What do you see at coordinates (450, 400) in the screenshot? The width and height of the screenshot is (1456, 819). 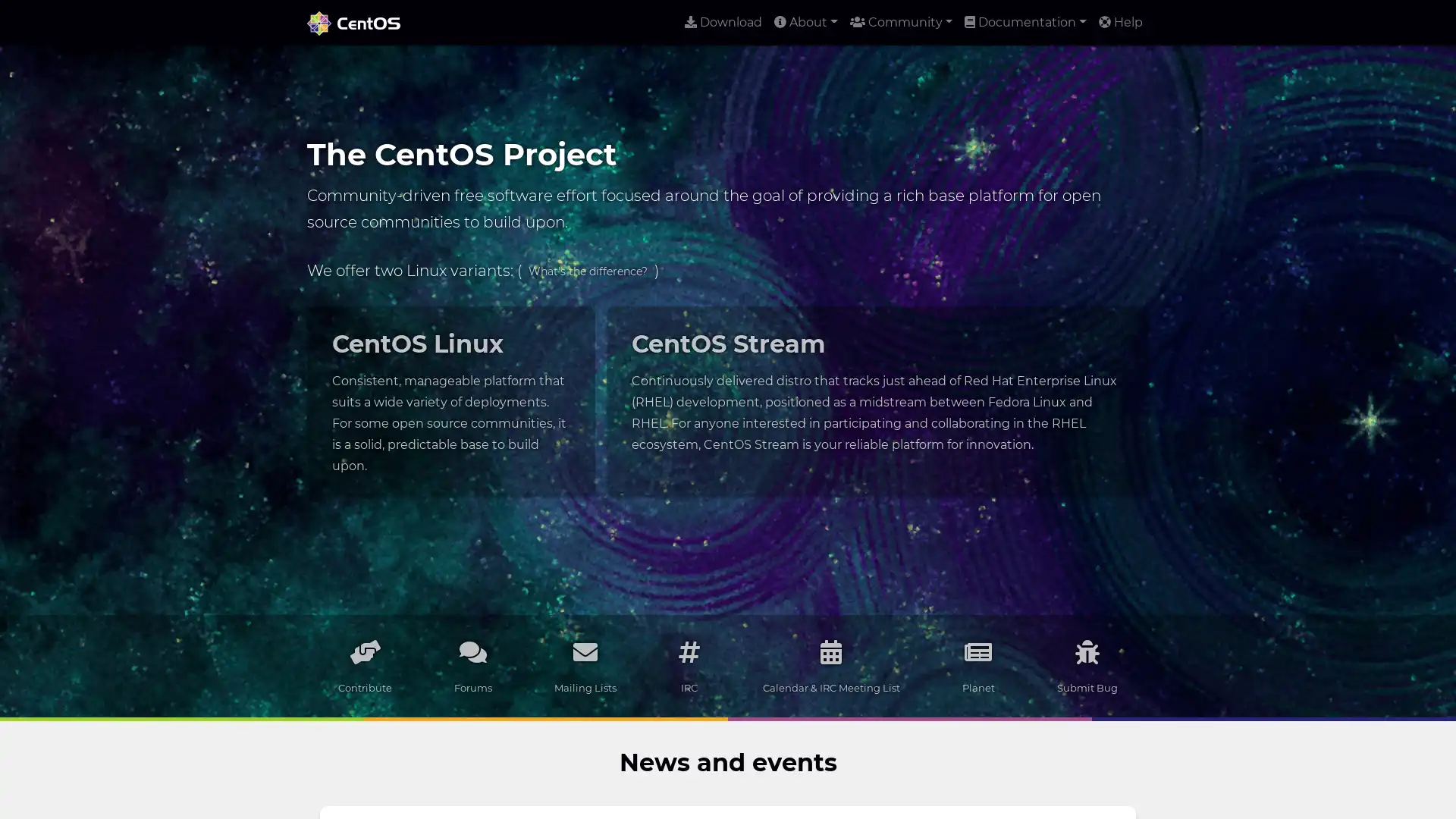 I see `CentOS Linux Consistent, manageable platform that suits a wide variety of deployments. For some open source communities, it is a solid, predictable base to build upon.` at bounding box center [450, 400].